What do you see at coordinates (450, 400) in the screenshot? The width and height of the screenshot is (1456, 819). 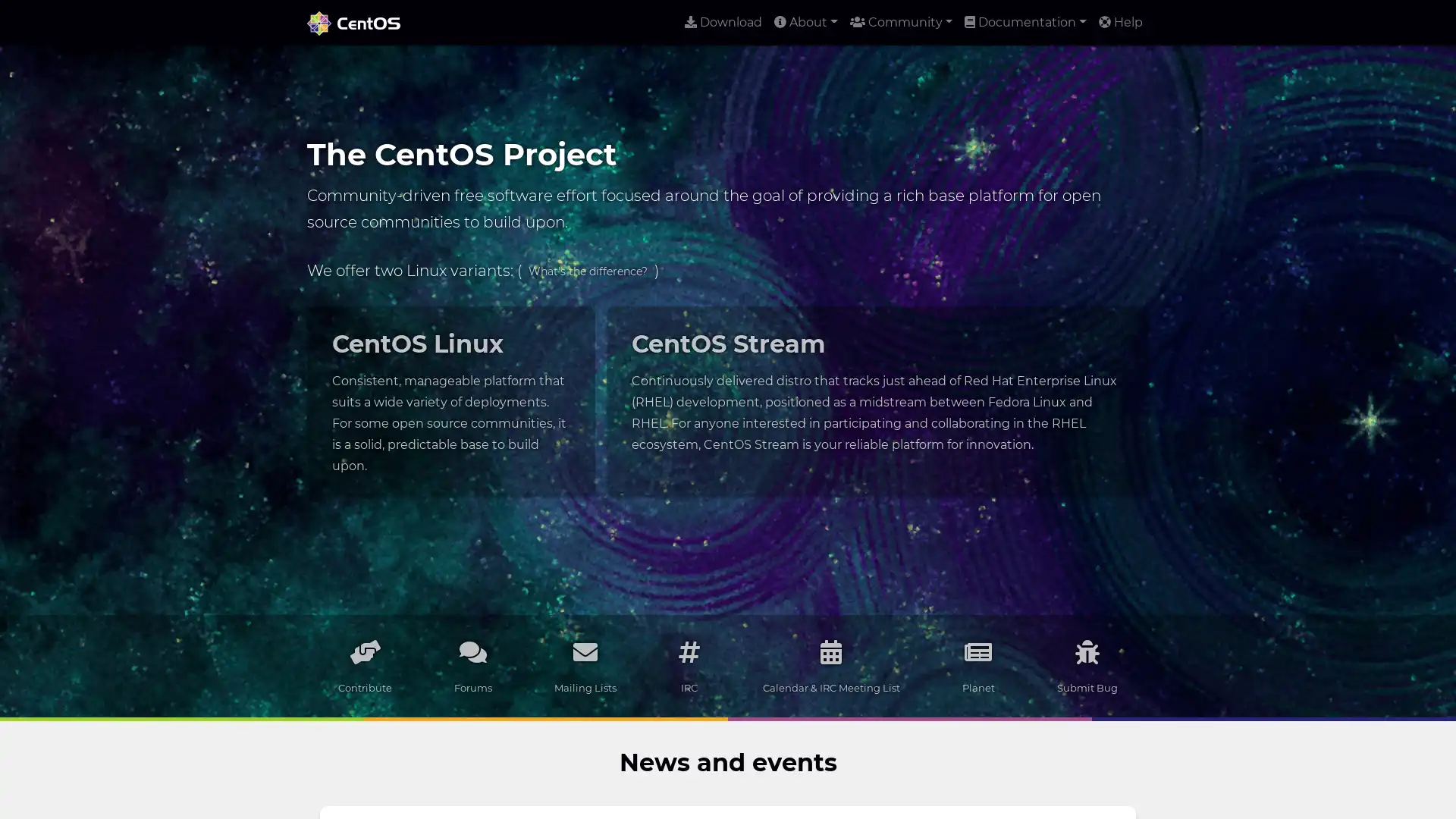 I see `CentOS Linux Consistent, manageable platform that suits a wide variety of deployments. For some open source communities, it is a solid, predictable base to build upon.` at bounding box center [450, 400].